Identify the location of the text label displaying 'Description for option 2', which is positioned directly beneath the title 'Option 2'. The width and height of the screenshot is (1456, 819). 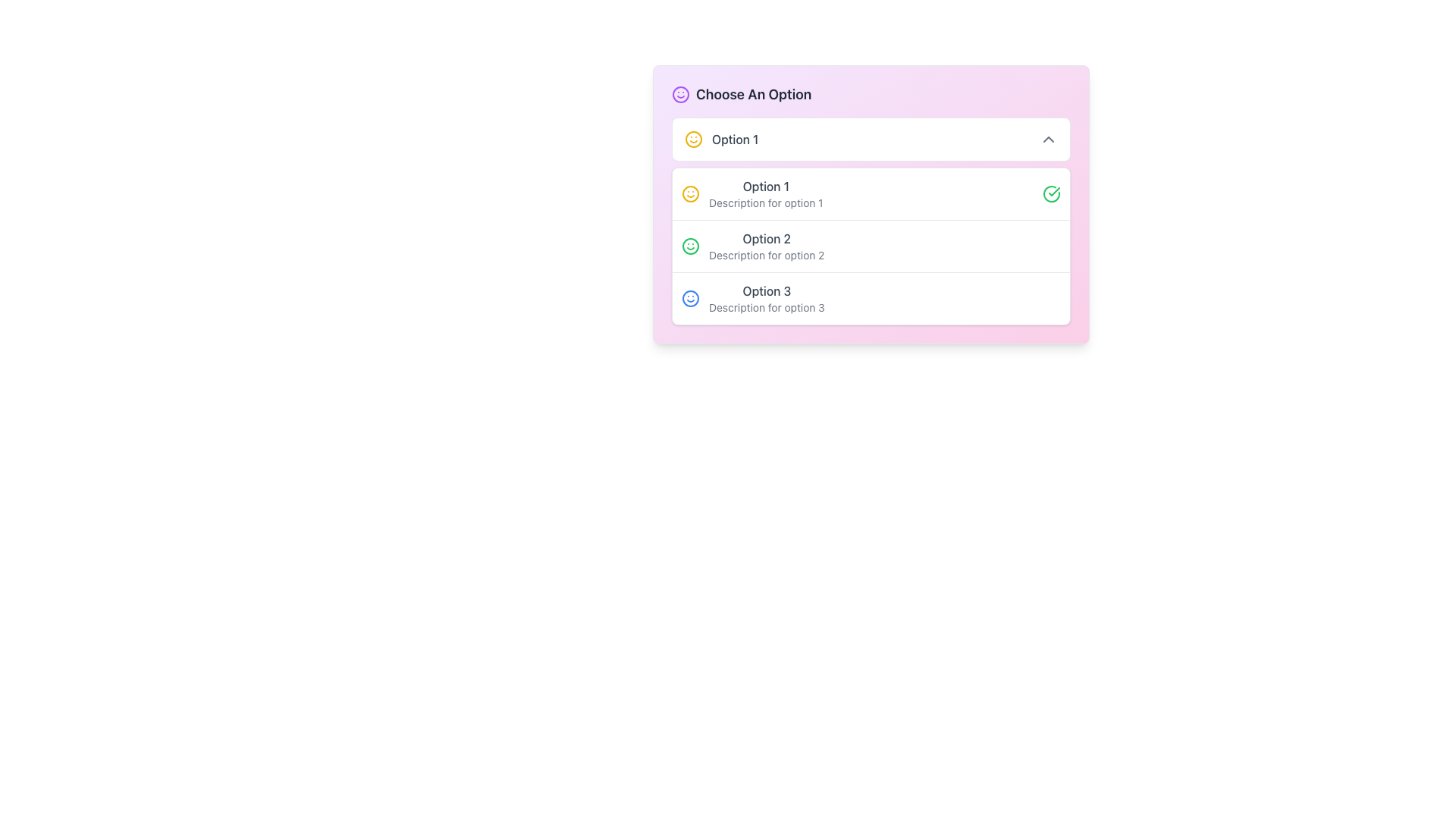
(767, 254).